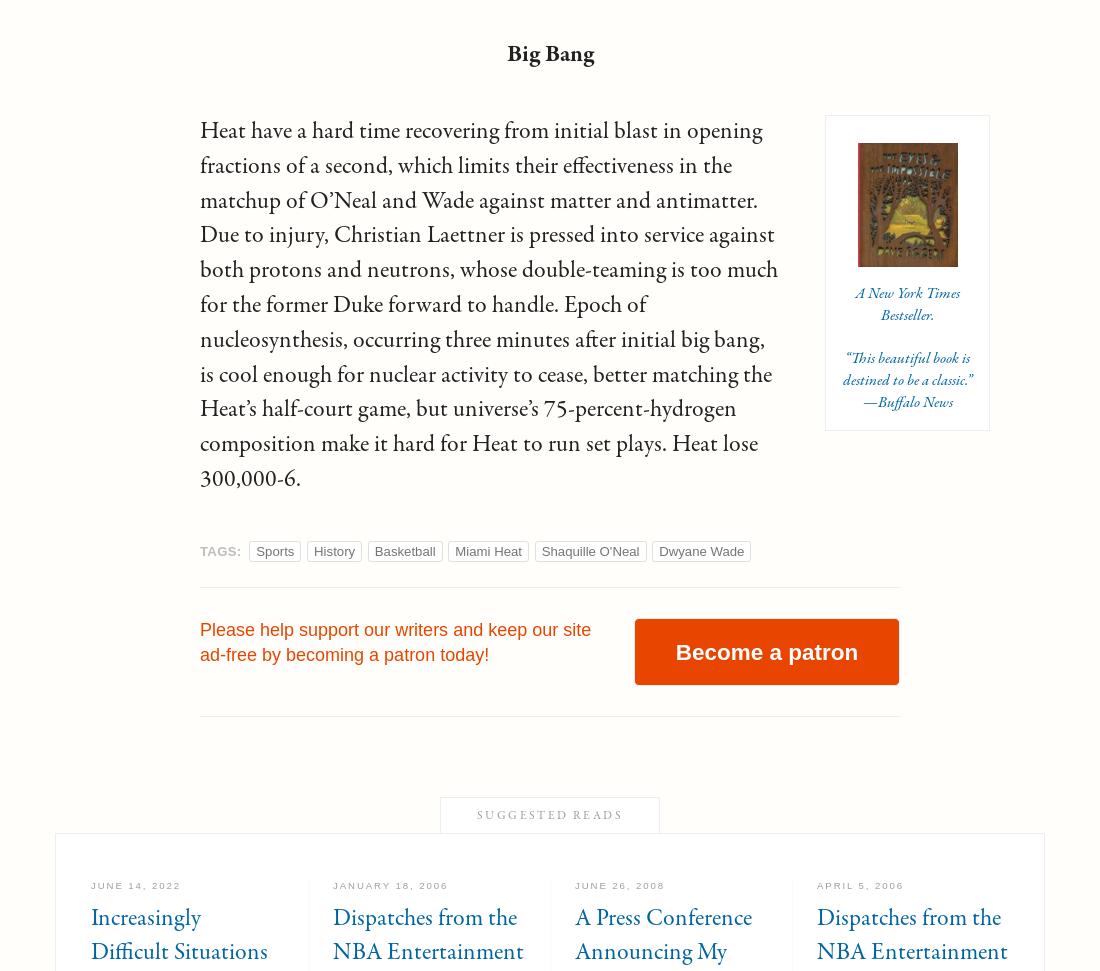 This screenshot has width=1100, height=971. Describe the element at coordinates (700, 550) in the screenshot. I see `'Dwyane Wade'` at that location.